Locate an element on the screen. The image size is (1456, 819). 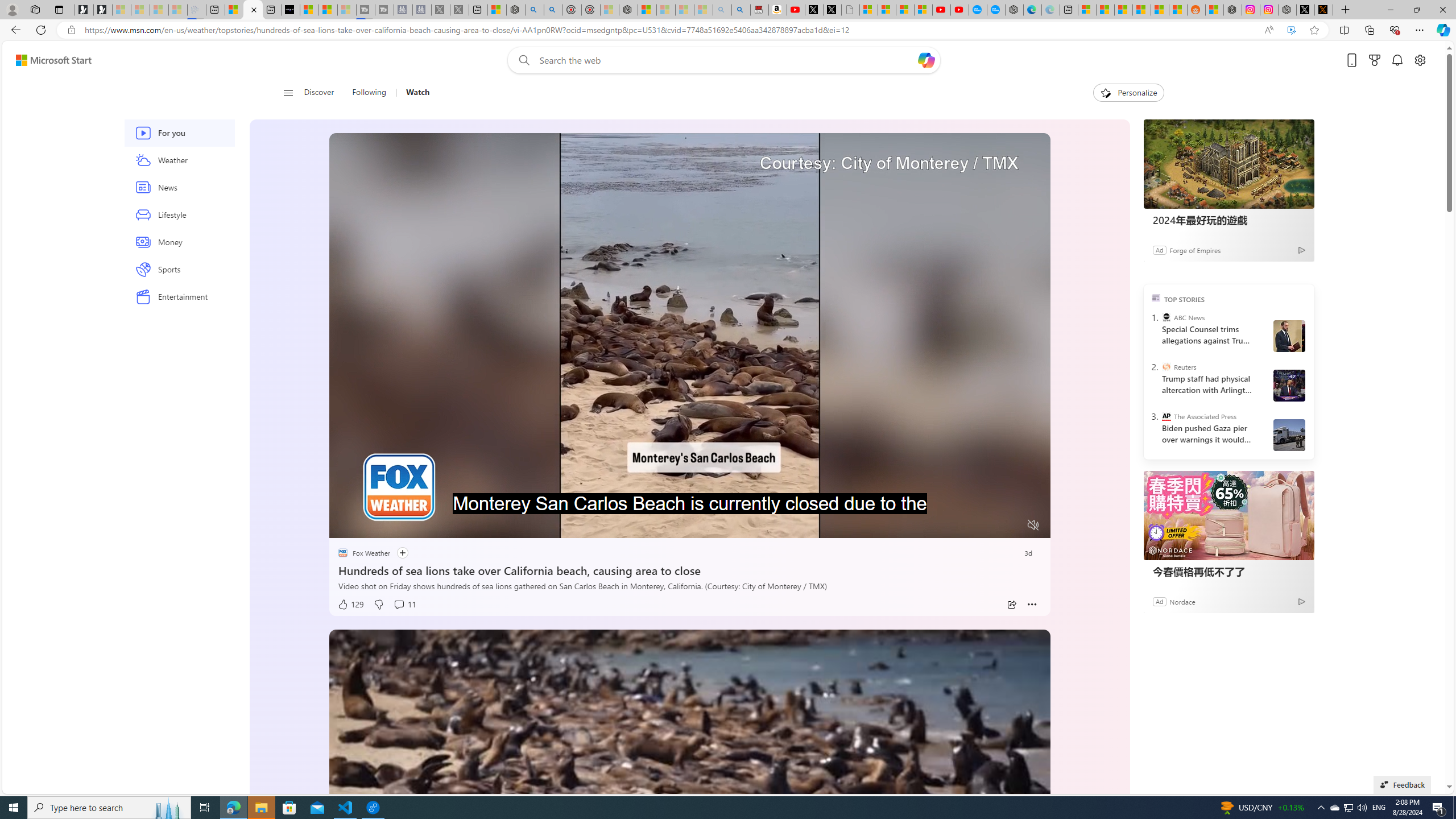
'Unmute' is located at coordinates (1033, 524).